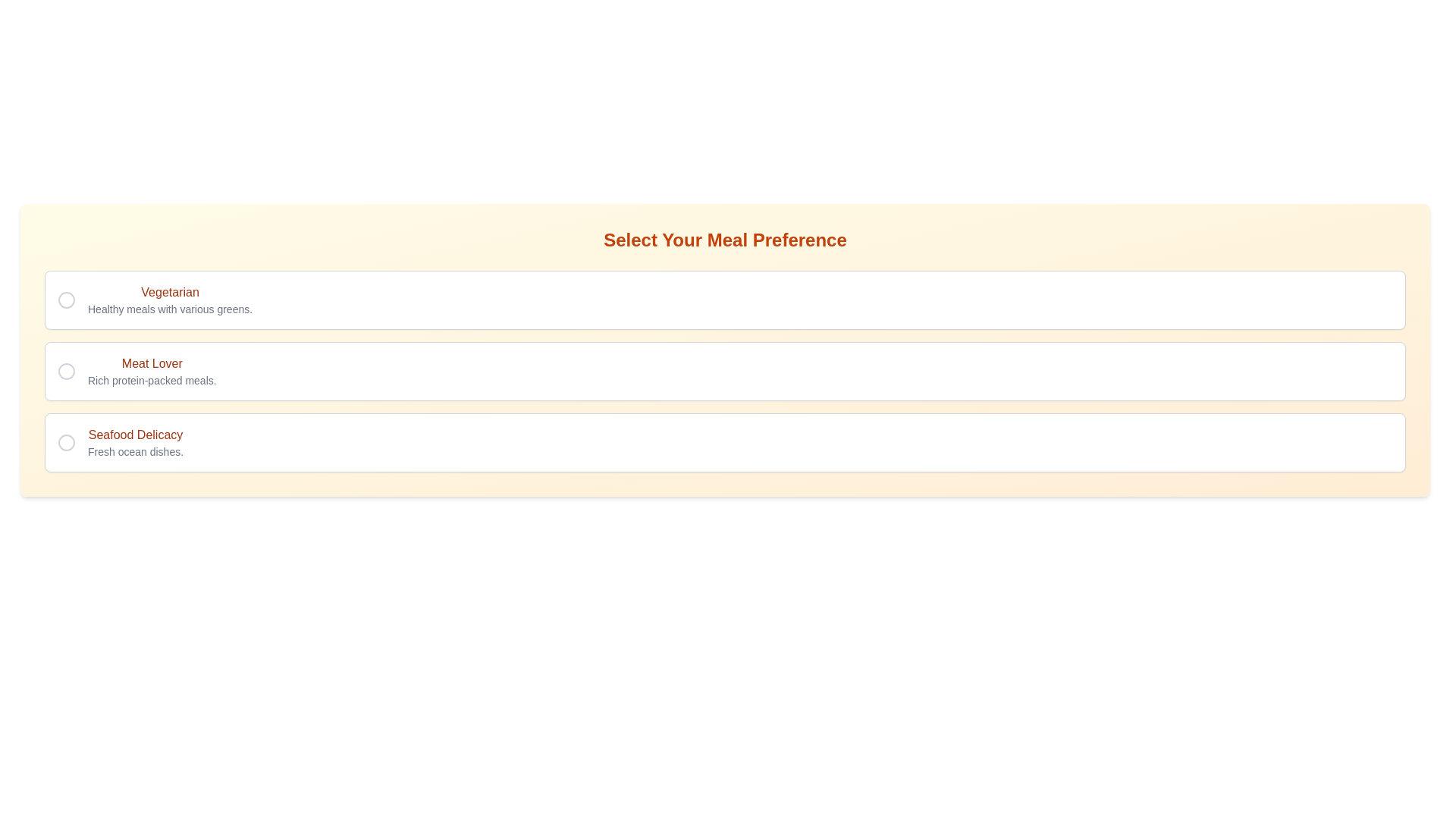  Describe the element at coordinates (65, 300) in the screenshot. I see `the radio button for the 'Vegetarian' option` at that location.